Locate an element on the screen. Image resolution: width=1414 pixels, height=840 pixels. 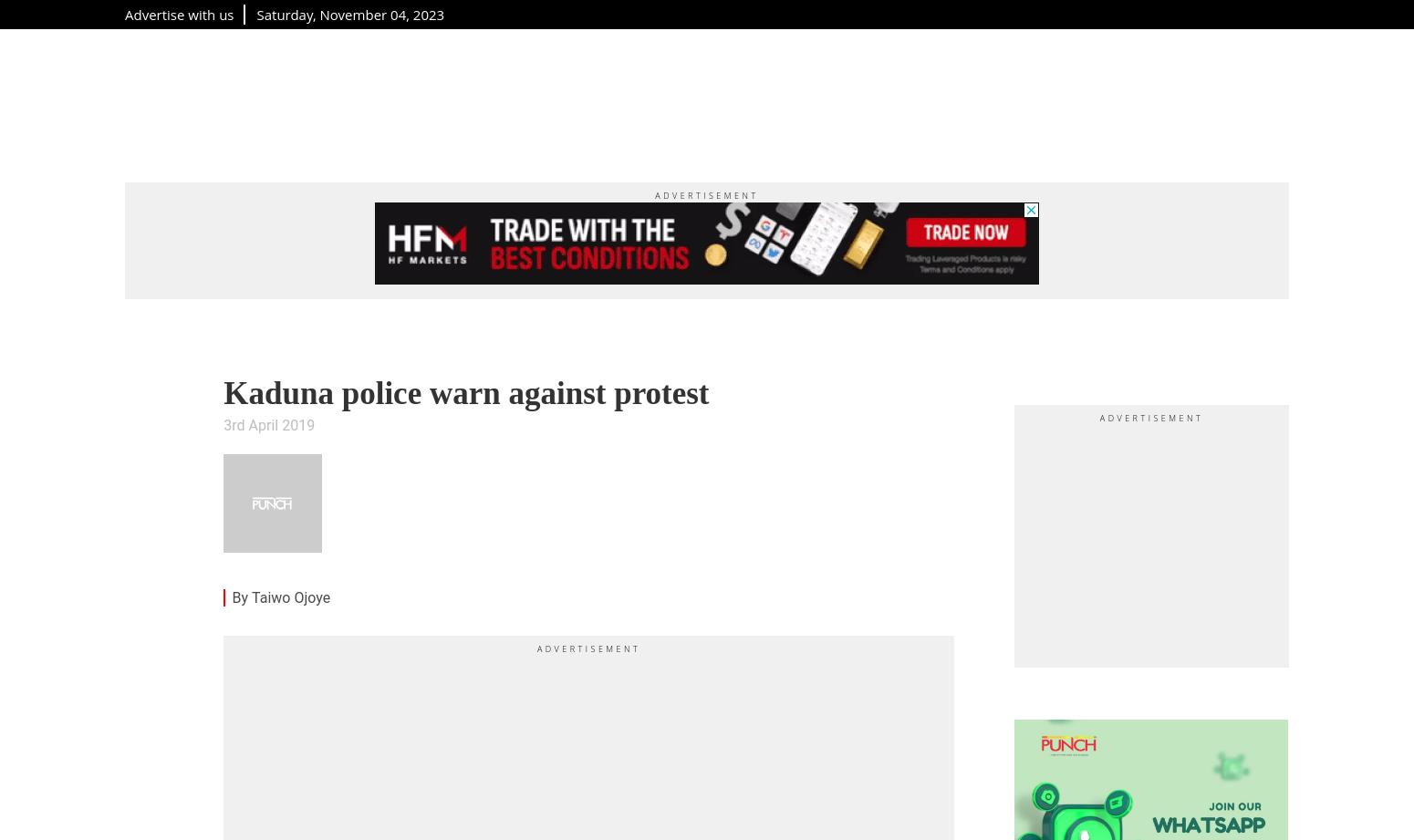
'Podcast' is located at coordinates (1195, 101).